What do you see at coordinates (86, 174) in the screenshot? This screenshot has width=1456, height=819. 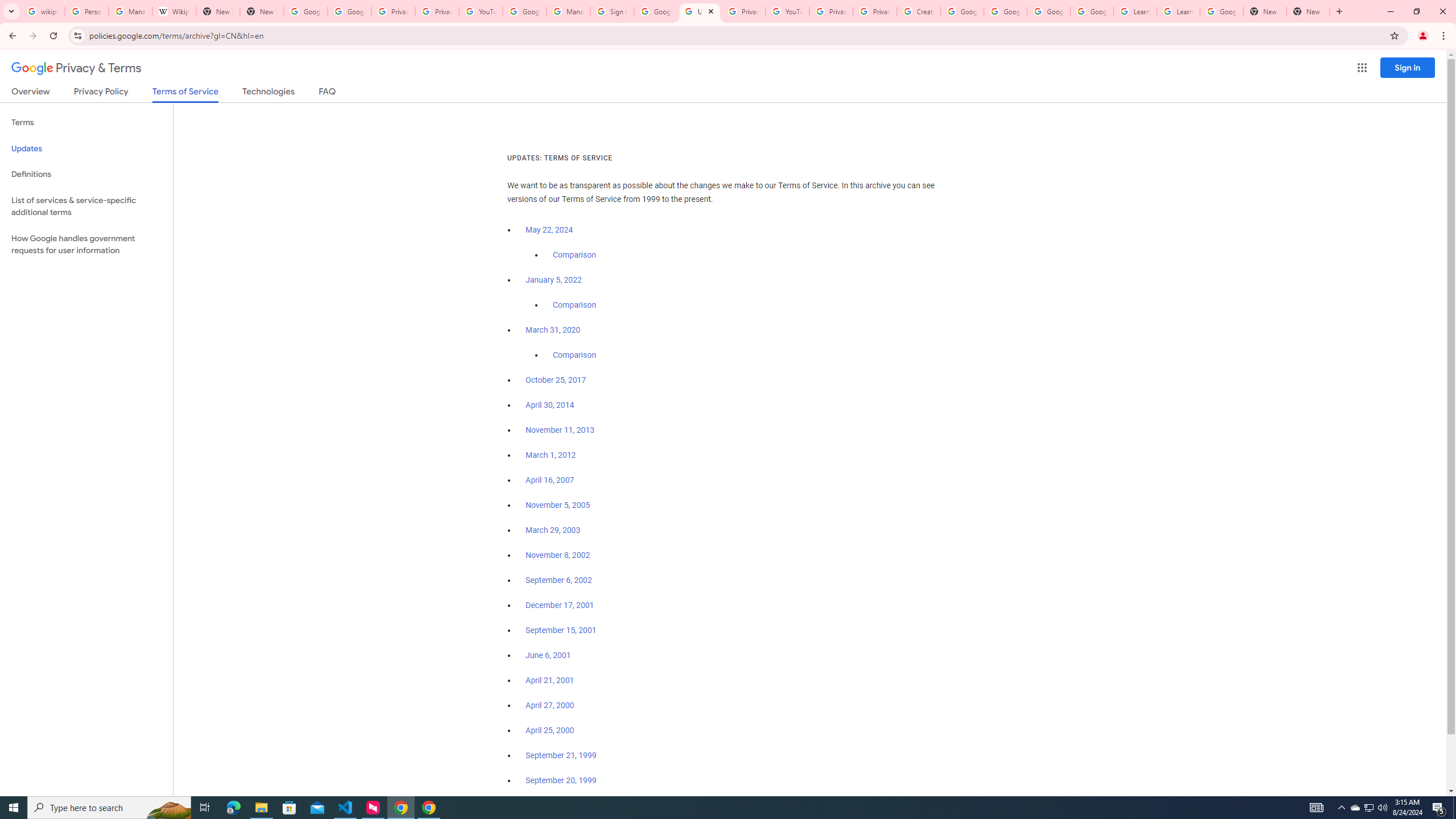 I see `'Definitions'` at bounding box center [86, 174].